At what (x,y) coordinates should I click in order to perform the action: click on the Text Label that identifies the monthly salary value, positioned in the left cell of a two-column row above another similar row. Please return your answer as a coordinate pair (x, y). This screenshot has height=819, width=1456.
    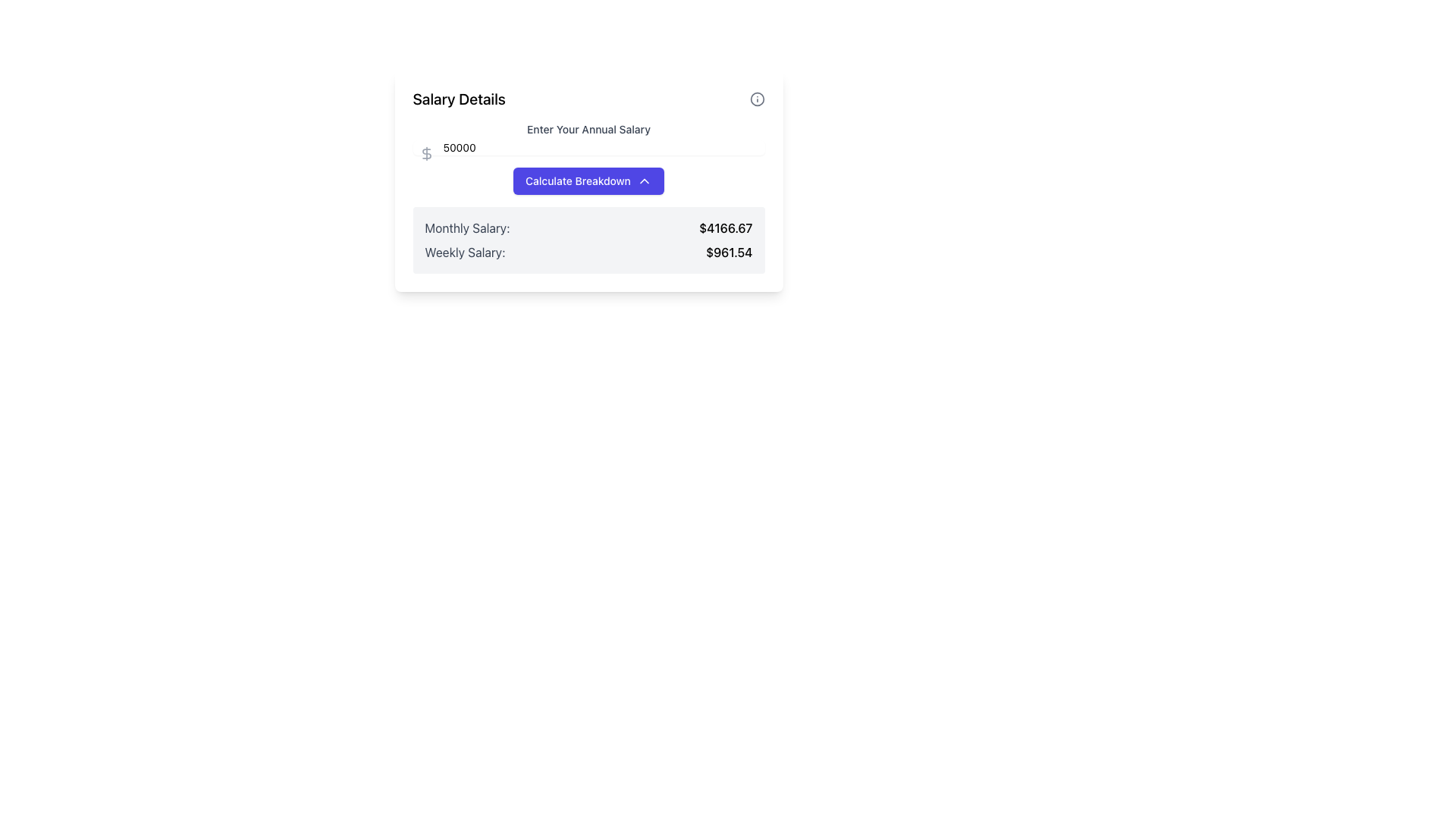
    Looking at the image, I should click on (466, 227).